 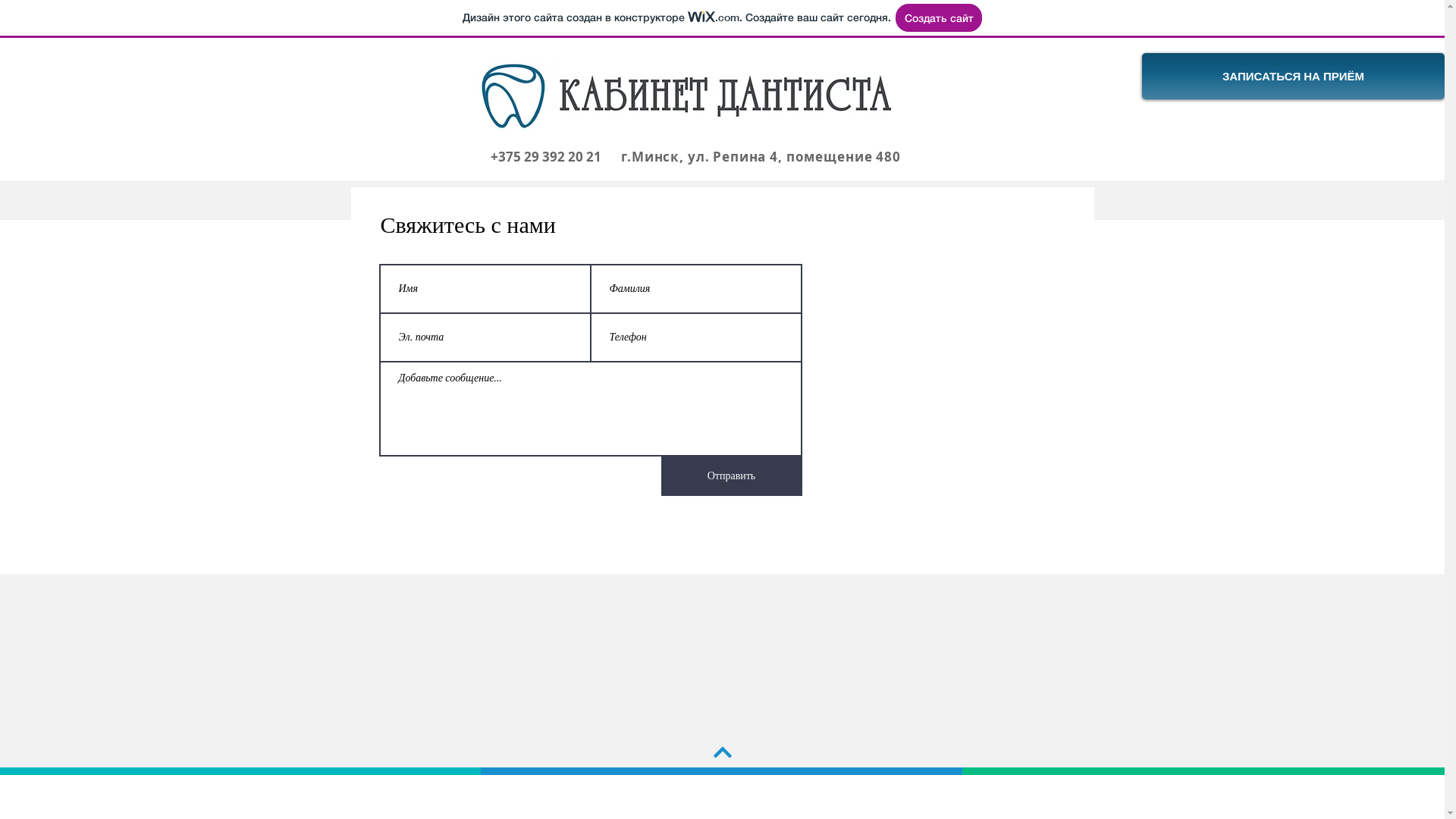 I want to click on '+375 29 392 20 21', so click(x=545, y=157).